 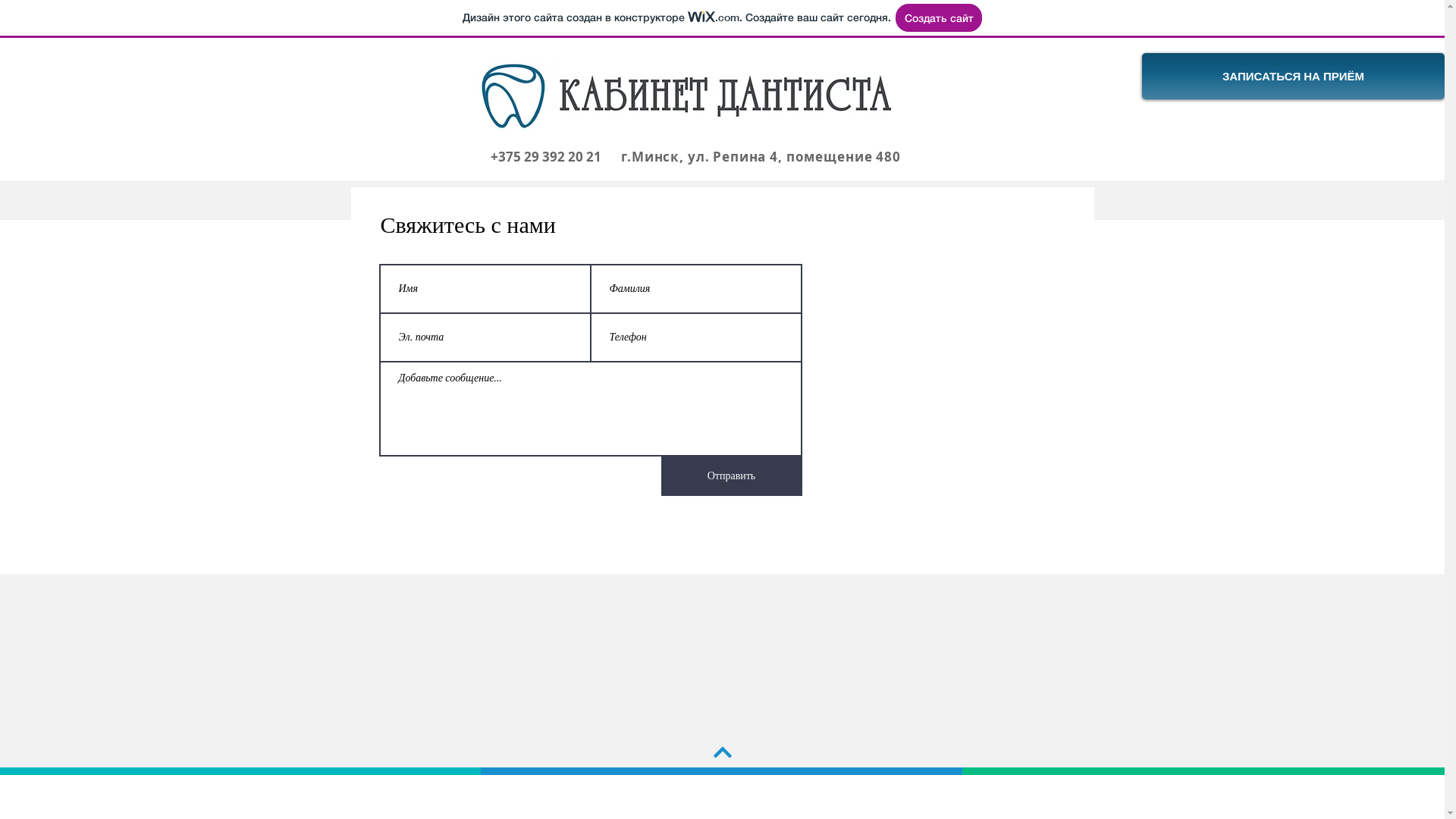 I want to click on '+375 29 392 20 21', so click(x=545, y=157).